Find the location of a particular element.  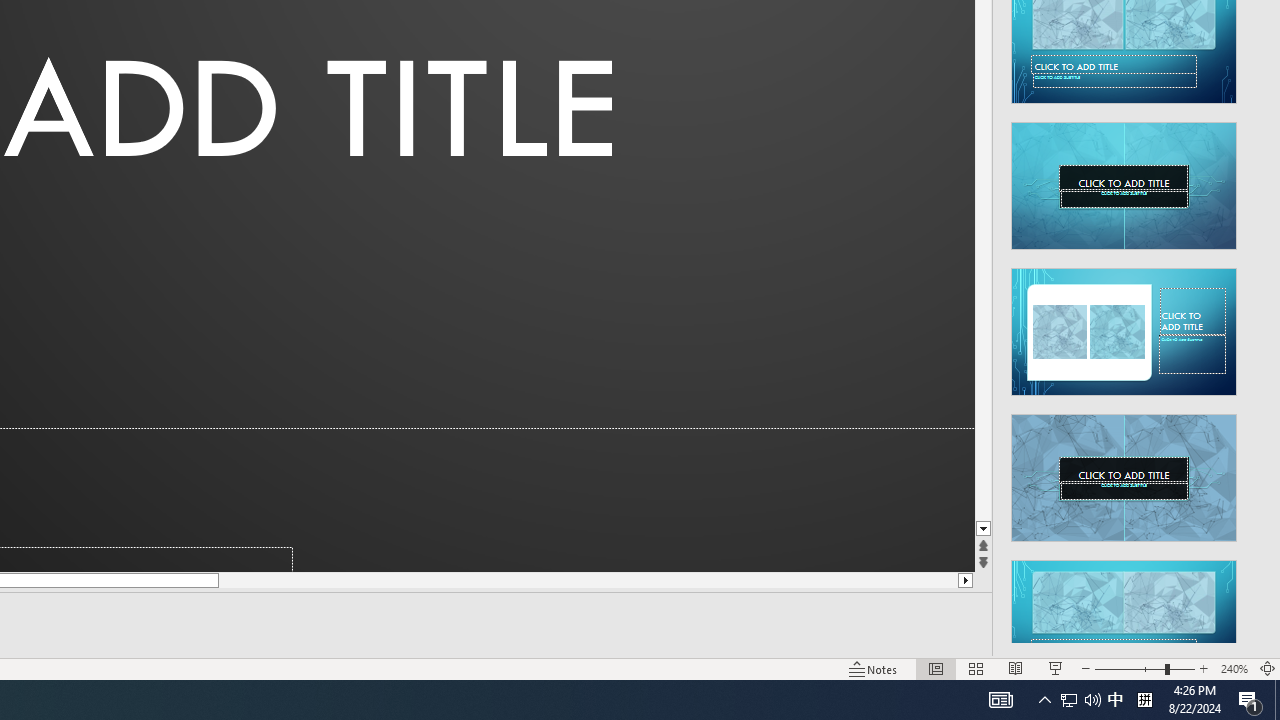

'Zoom to Fit ' is located at coordinates (1266, 669).